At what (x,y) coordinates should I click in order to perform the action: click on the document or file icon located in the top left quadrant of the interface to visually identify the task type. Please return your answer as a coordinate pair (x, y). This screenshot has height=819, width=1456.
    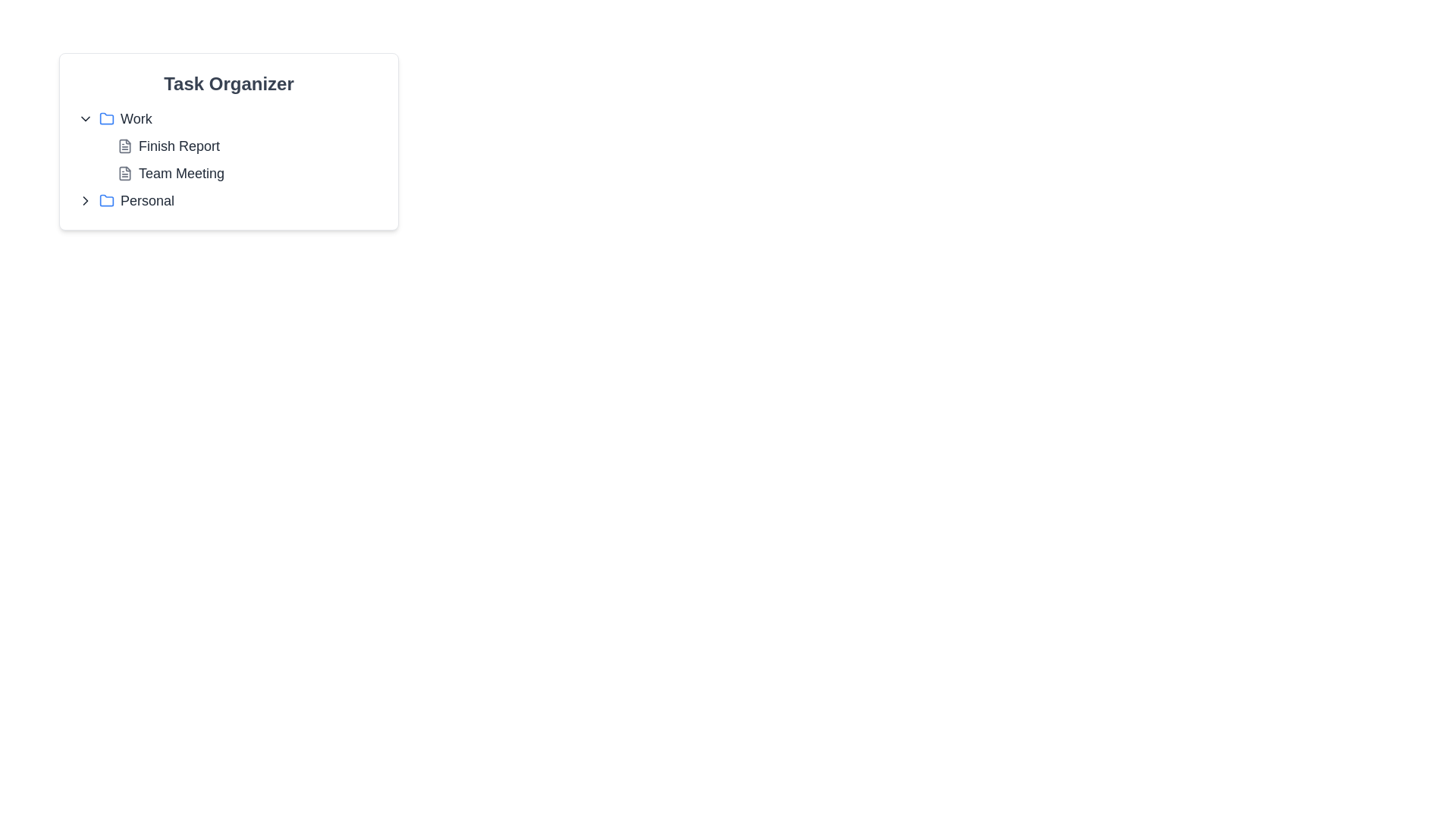
    Looking at the image, I should click on (124, 172).